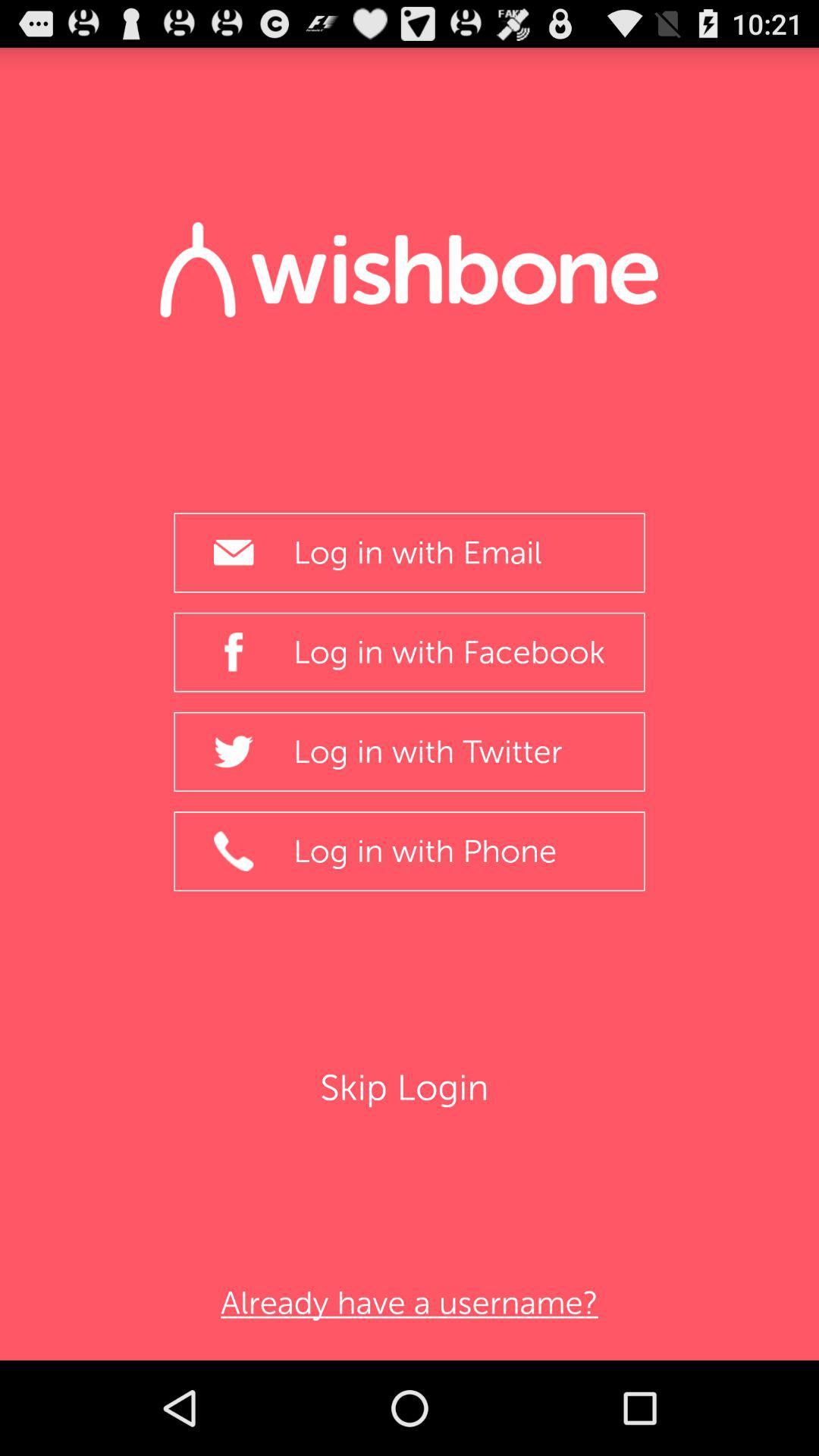 This screenshot has width=819, height=1456. Describe the element at coordinates (408, 1087) in the screenshot. I see `the item above the already have a item` at that location.